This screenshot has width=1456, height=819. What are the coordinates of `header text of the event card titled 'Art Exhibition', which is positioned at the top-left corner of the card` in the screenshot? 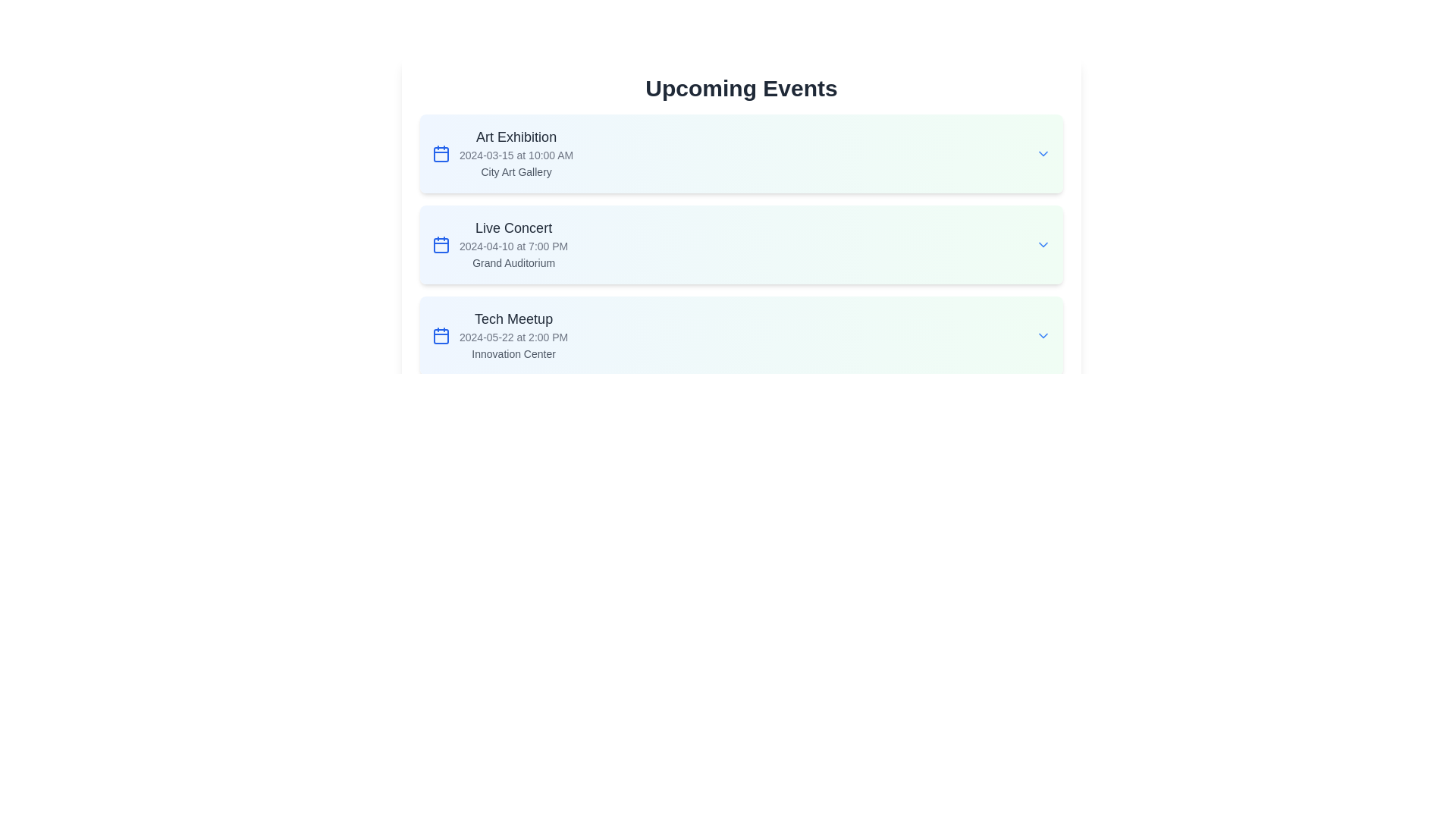 It's located at (516, 137).